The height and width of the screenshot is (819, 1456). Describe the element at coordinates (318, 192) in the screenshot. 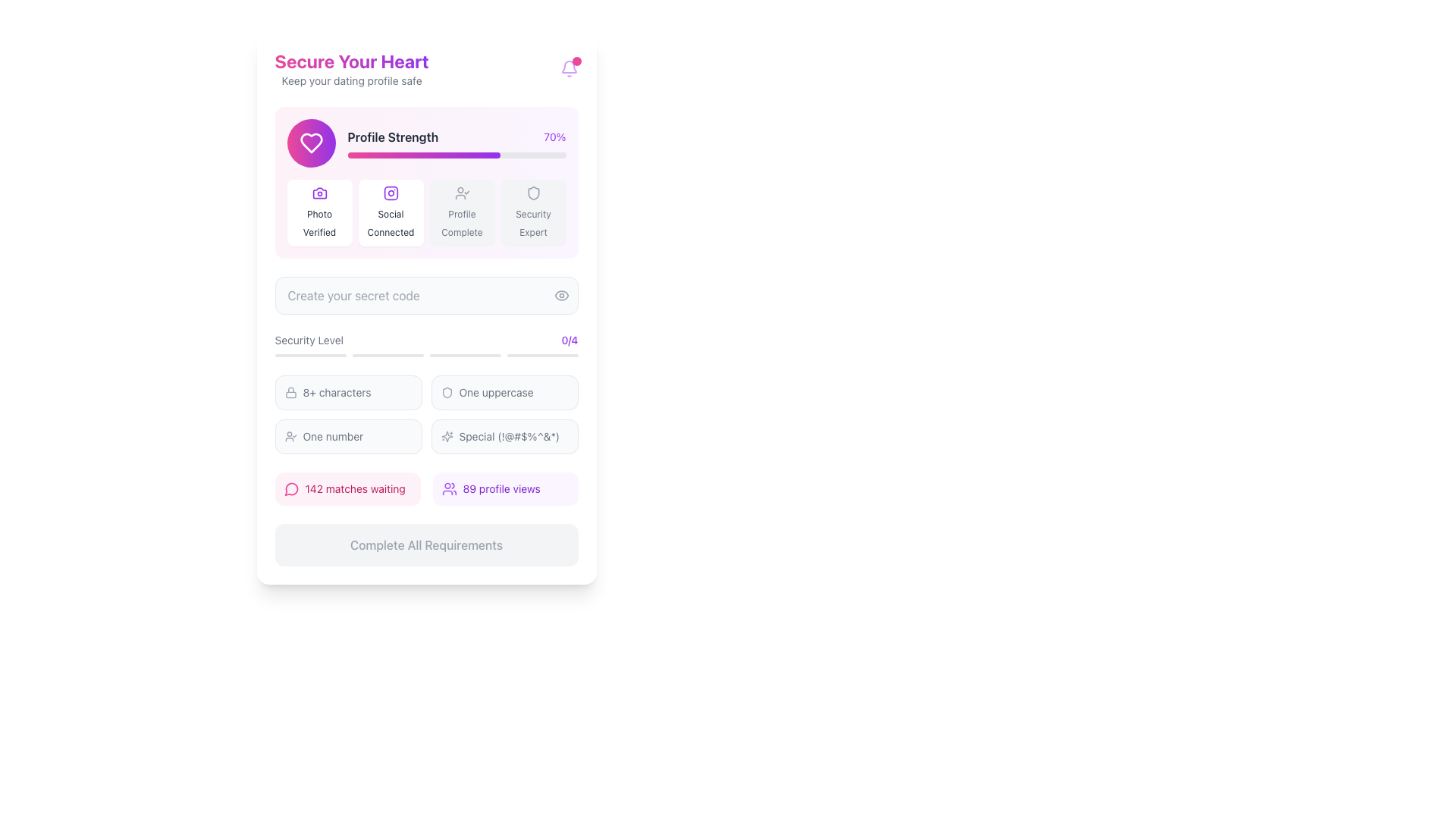

I see `the photo verification icon, which visually represents a camera feature and is the first icon in the horizontal row of profile enhancement features, located at the top section of the card UI` at that location.